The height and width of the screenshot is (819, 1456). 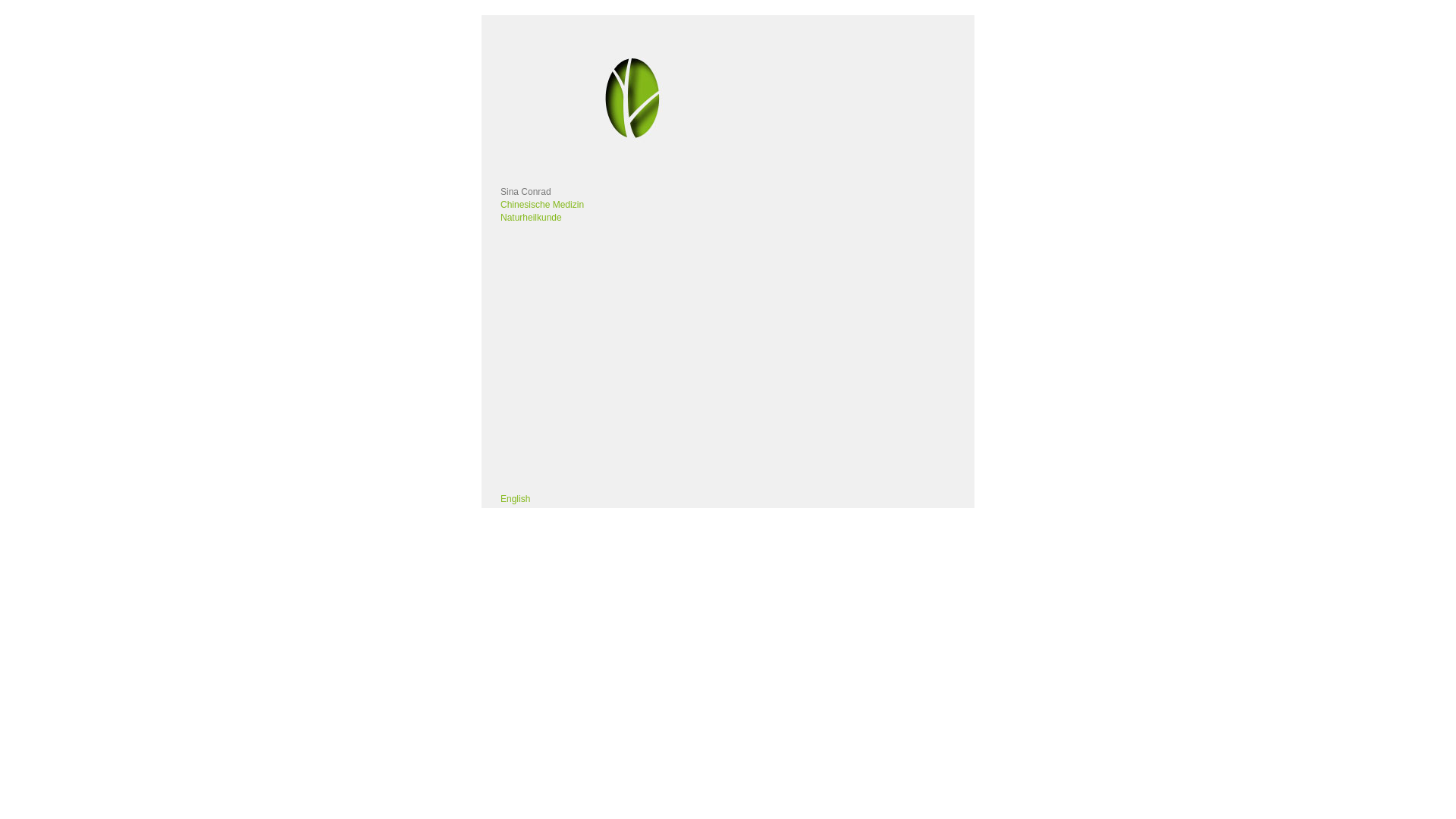 I want to click on 'English', so click(x=515, y=499).